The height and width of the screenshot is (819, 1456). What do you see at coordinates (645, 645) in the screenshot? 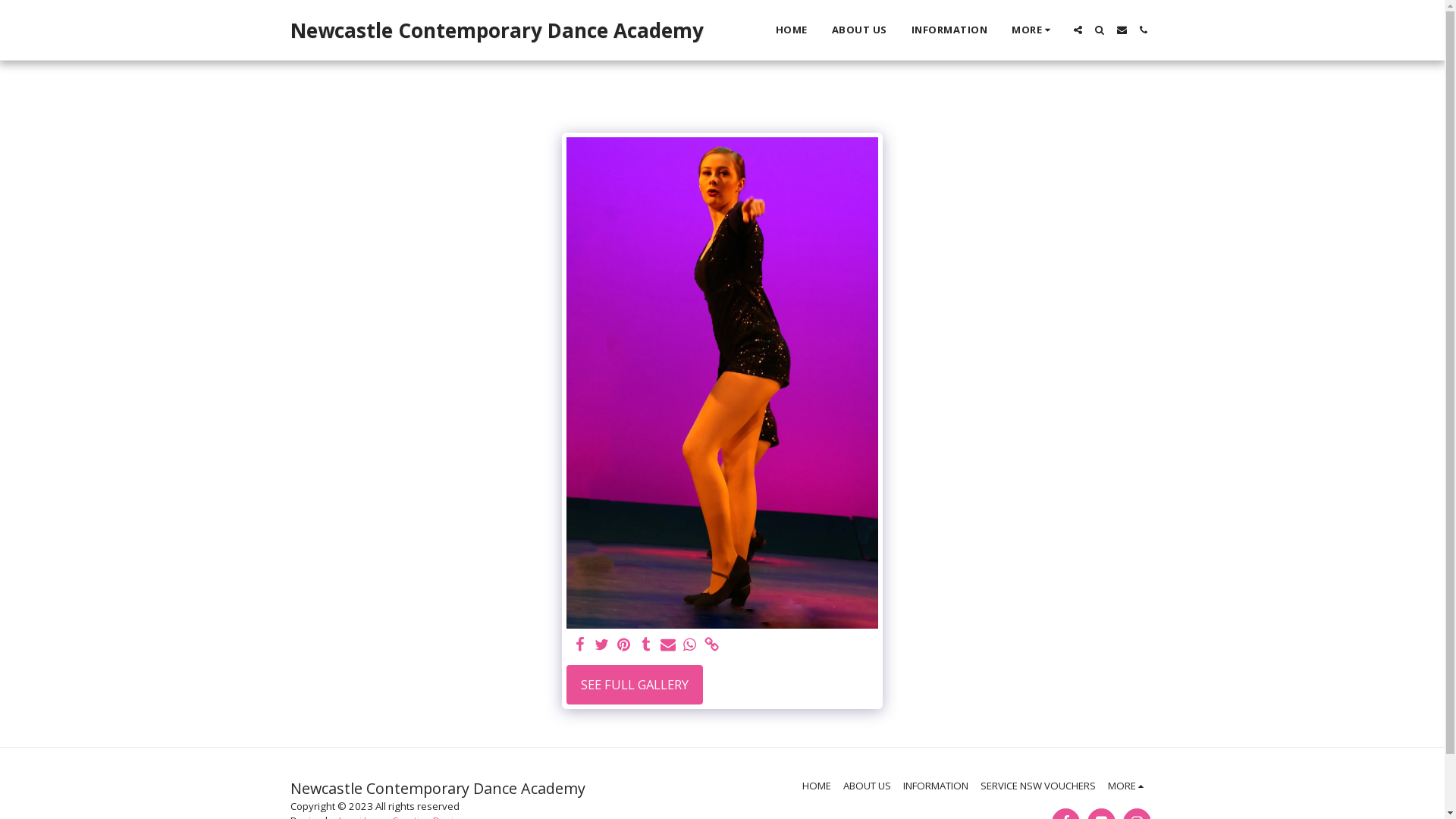
I see `'tumblr'` at bounding box center [645, 645].